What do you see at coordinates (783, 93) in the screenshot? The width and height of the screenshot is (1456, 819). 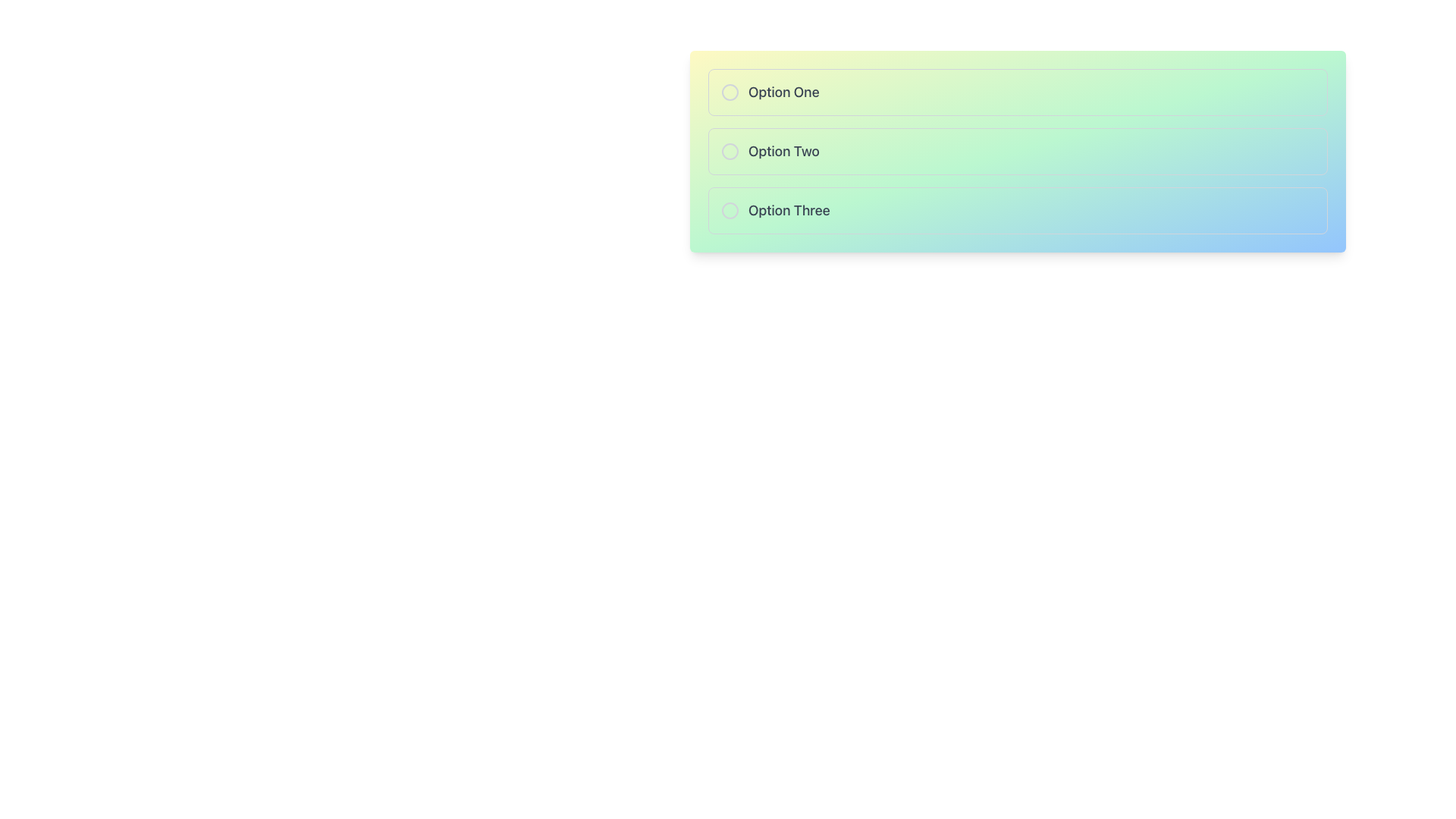 I see `text label that describes the selectable option 'Option One', which is centrally located within the uppermost option box of a vertical list` at bounding box center [783, 93].